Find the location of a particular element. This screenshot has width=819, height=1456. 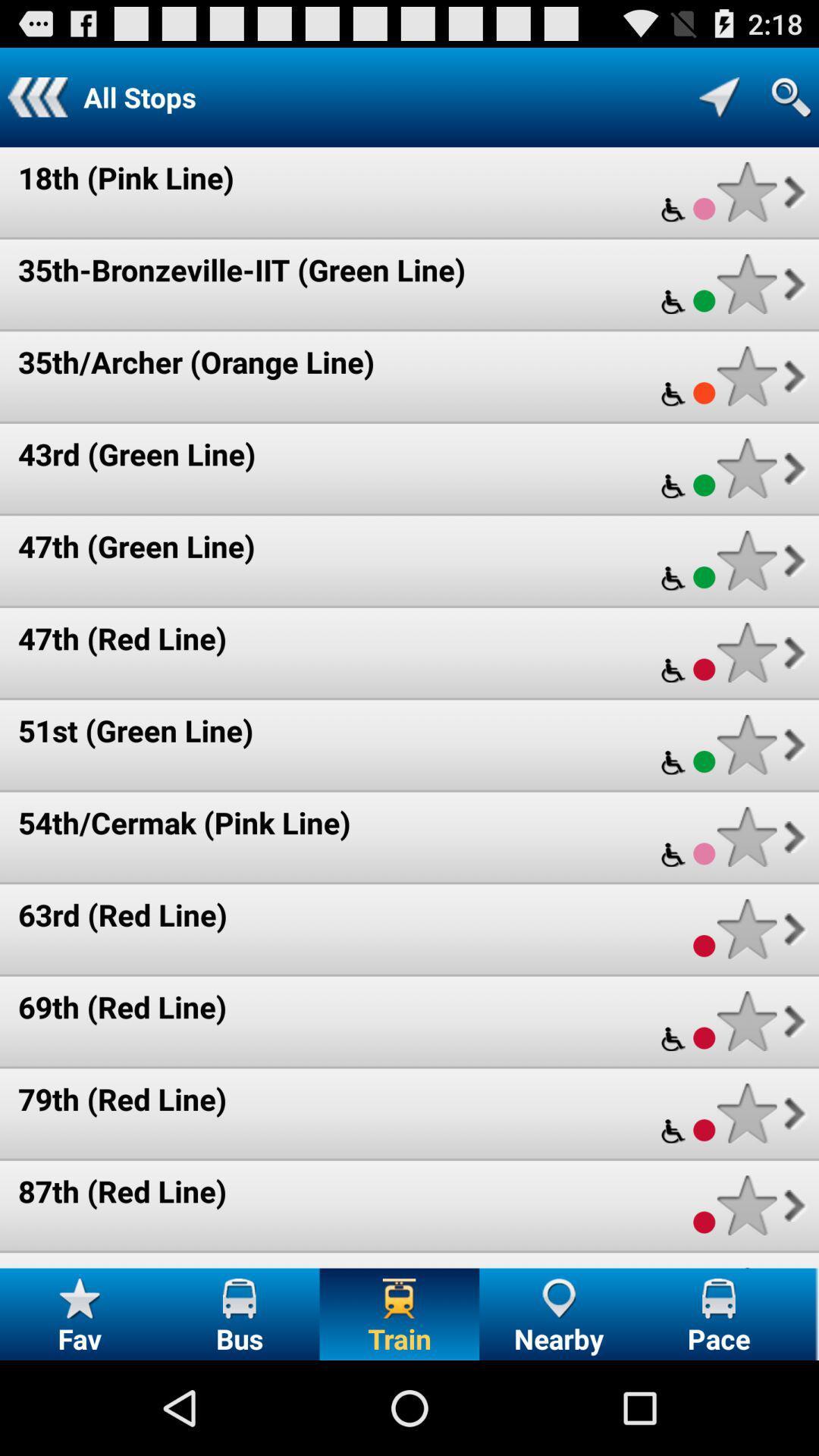

the 95th/danryan(redline) app is located at coordinates (180, 1266).